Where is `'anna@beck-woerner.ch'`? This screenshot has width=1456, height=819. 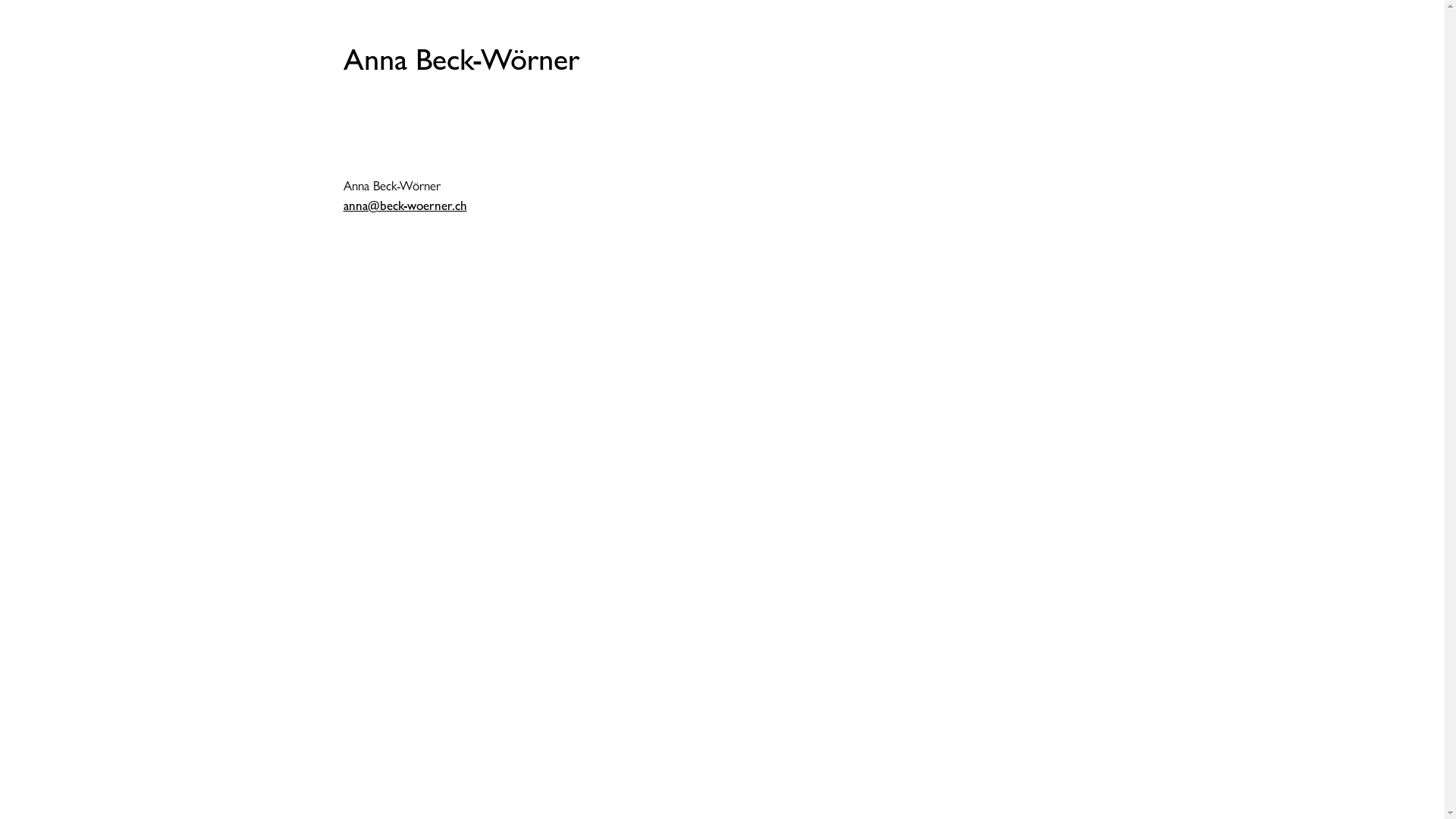
'anna@beck-woerner.ch' is located at coordinates (404, 205).